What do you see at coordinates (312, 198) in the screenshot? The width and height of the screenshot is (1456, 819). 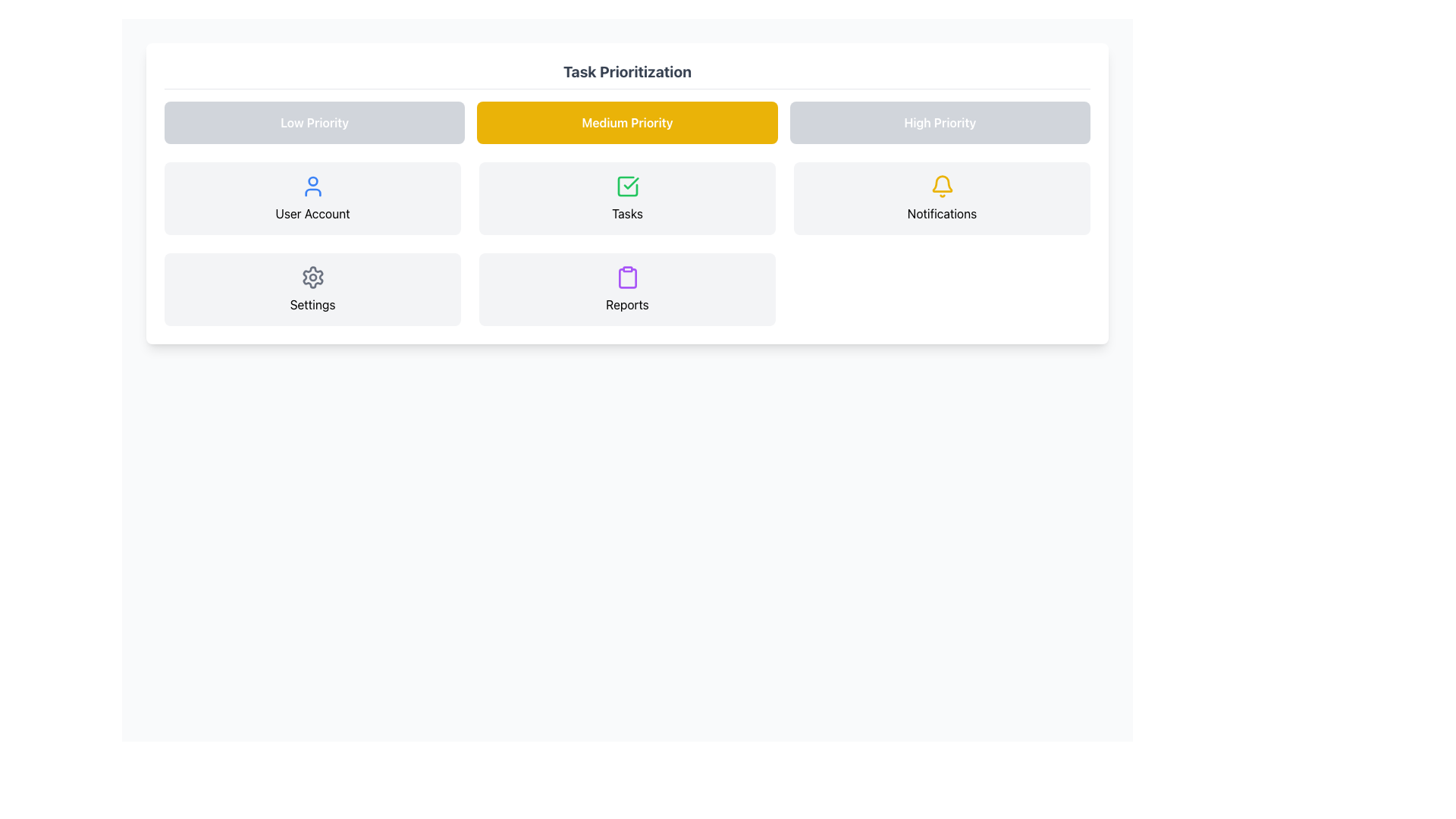 I see `the Section item` at bounding box center [312, 198].